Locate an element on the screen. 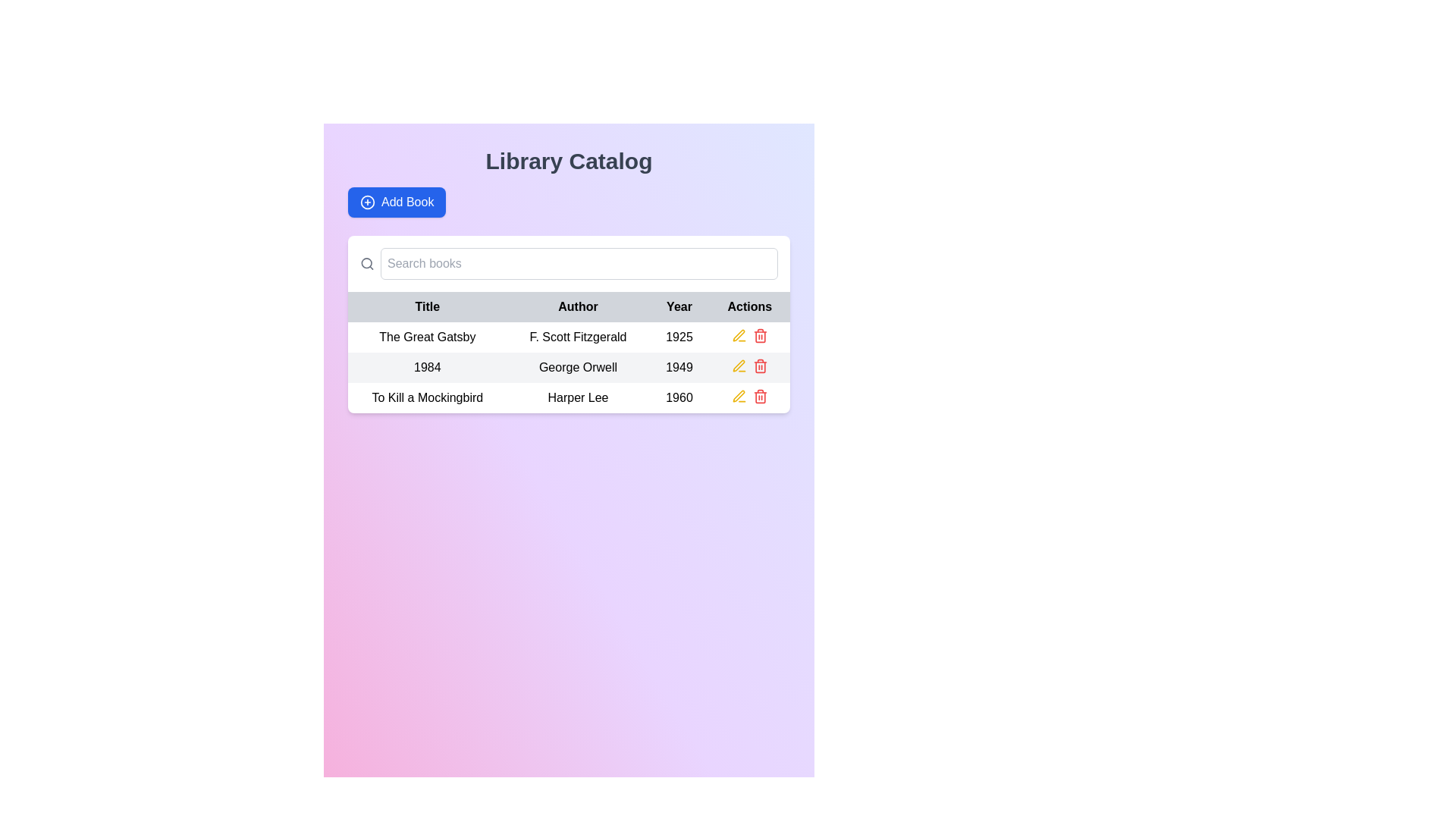 This screenshot has width=1456, height=819. the 'edit' icon for the book '1984' in the middle row of the table under the 'Actions' column to modify its details is located at coordinates (739, 395).